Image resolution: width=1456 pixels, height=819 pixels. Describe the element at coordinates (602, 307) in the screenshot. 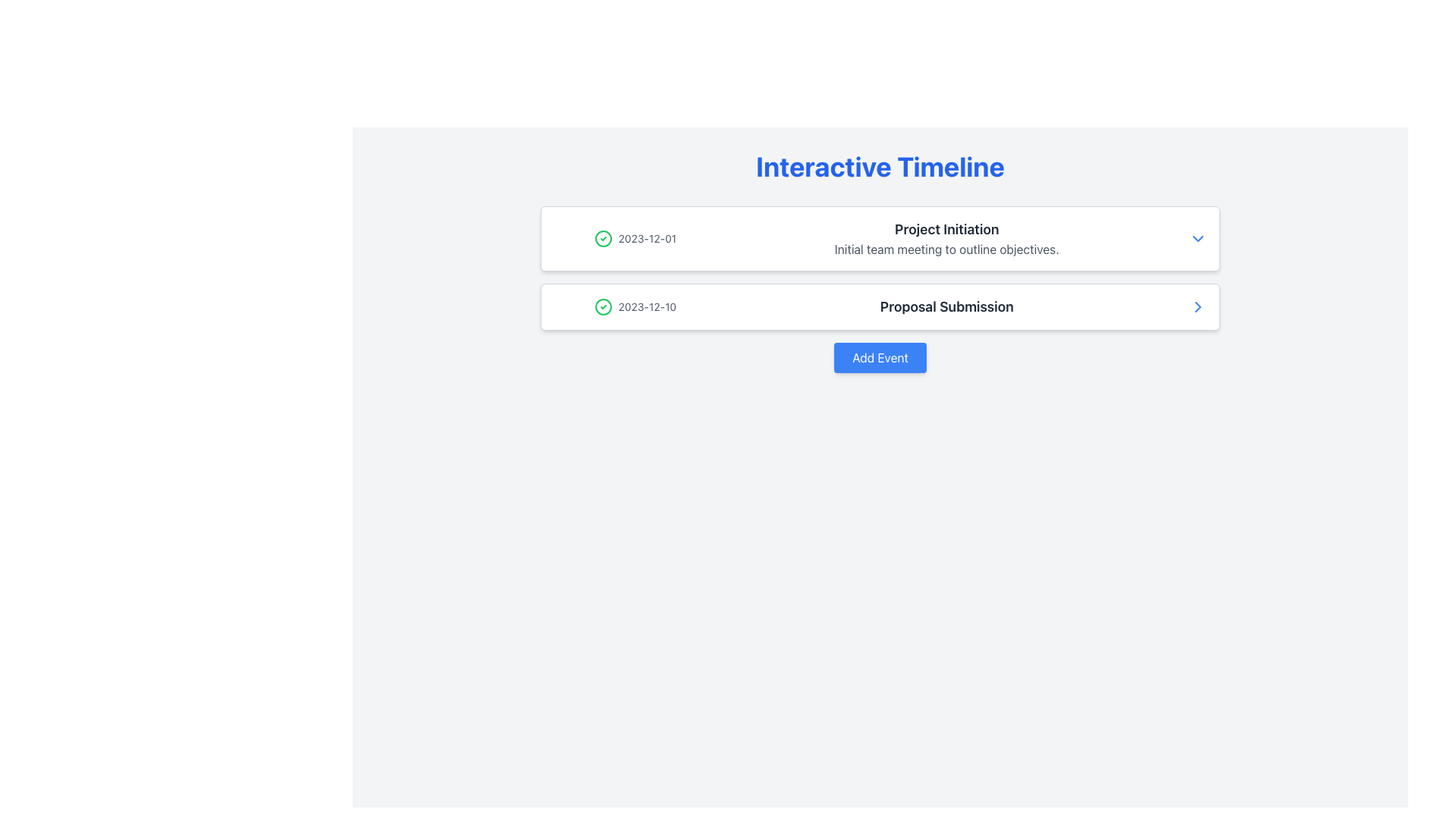

I see `the green circular checkmark icon representing a completed status in the timeline interface for the '2023-12-01 Project Initiation' row` at that location.